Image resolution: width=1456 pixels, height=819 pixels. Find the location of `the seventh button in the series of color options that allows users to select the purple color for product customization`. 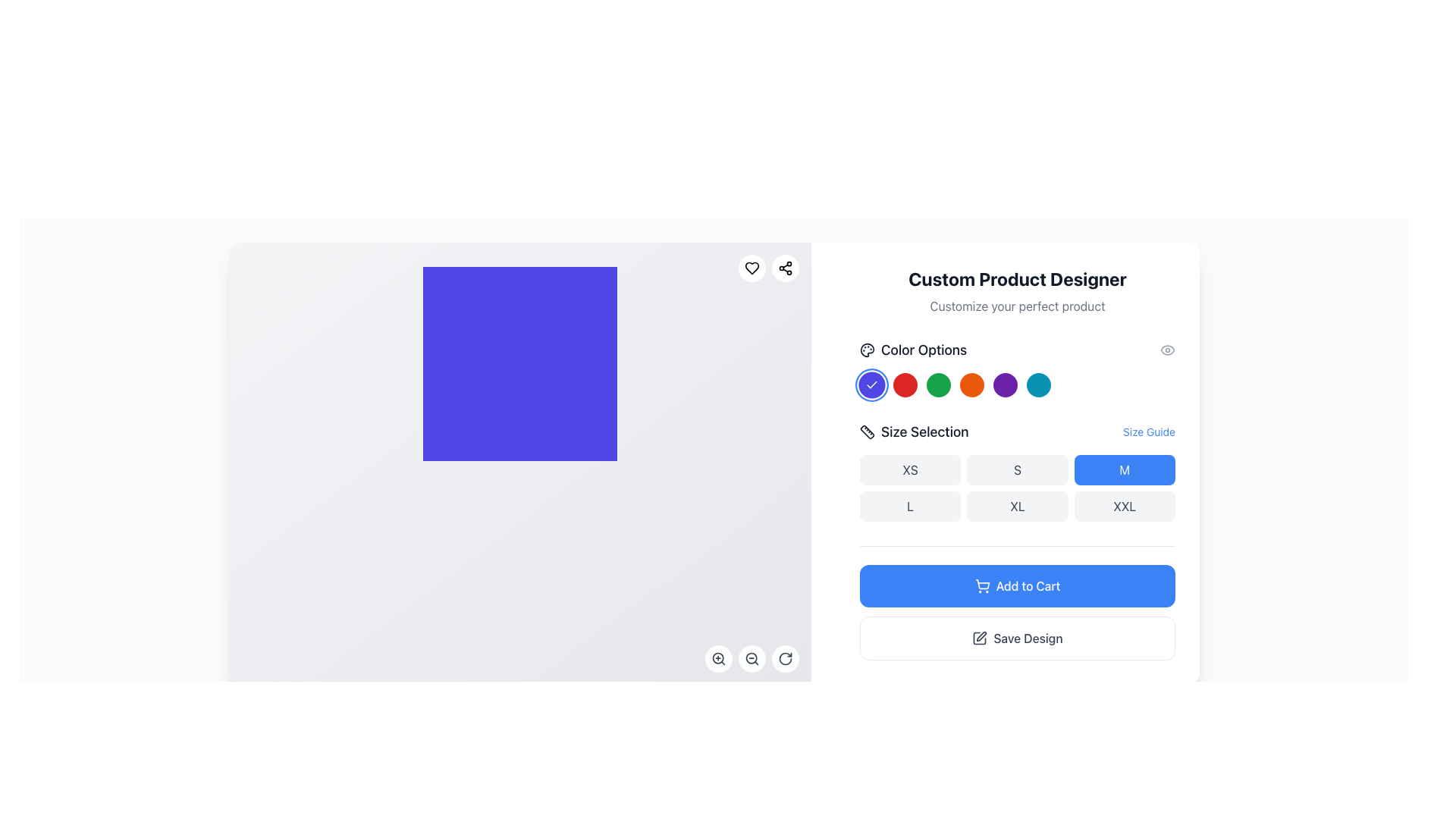

the seventh button in the series of color options that allows users to select the purple color for product customization is located at coordinates (1005, 384).